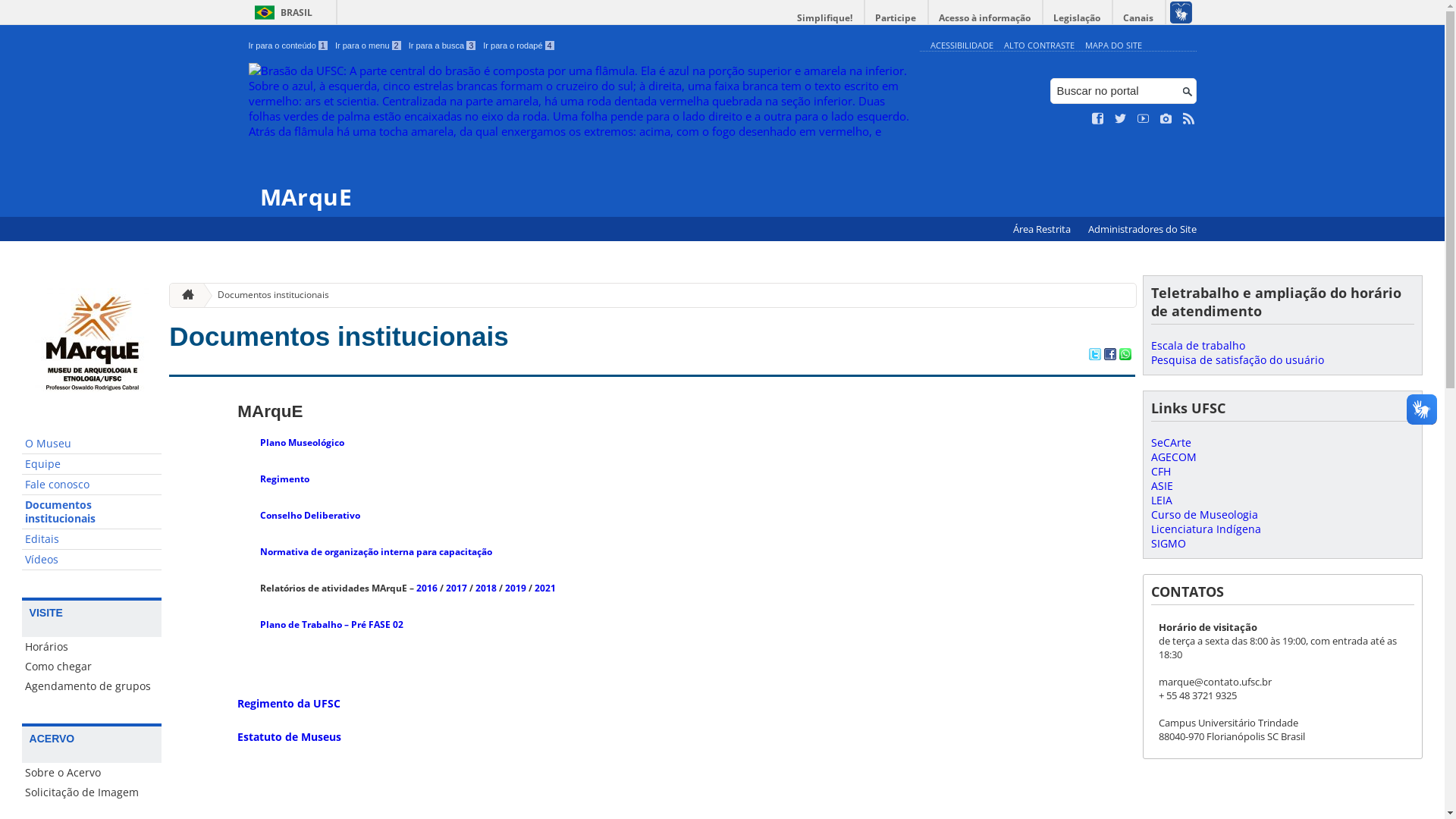 The width and height of the screenshot is (1456, 819). Describe the element at coordinates (91, 772) in the screenshot. I see `'Sobre o Acervo'` at that location.